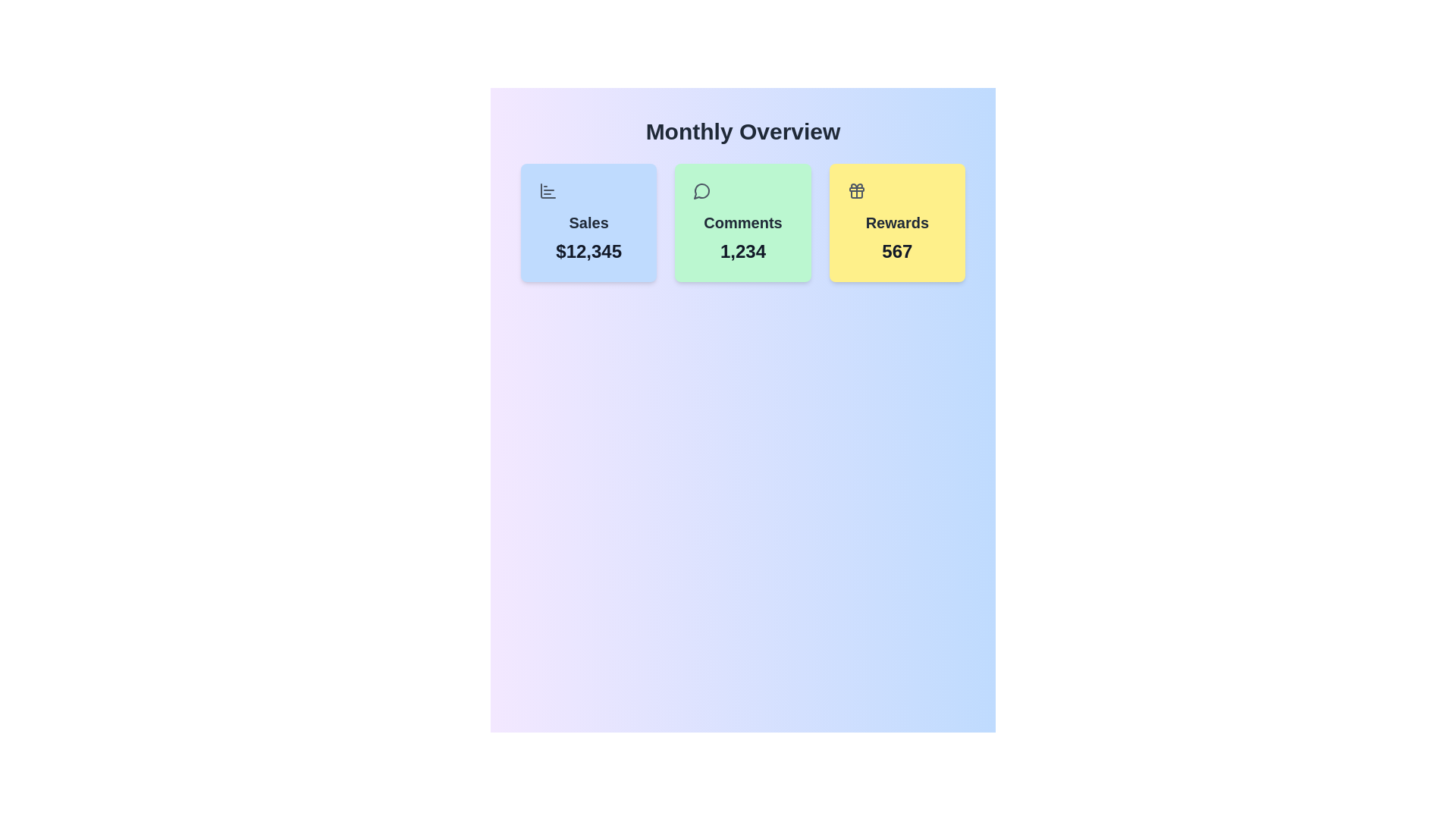 Image resolution: width=1456 pixels, height=819 pixels. Describe the element at coordinates (588, 222) in the screenshot. I see `the Information display card that has a blue background, a shadowed border, a bar chart icon in the top-left corner, and displays the text 'Sales' and '$12,345'` at that location.